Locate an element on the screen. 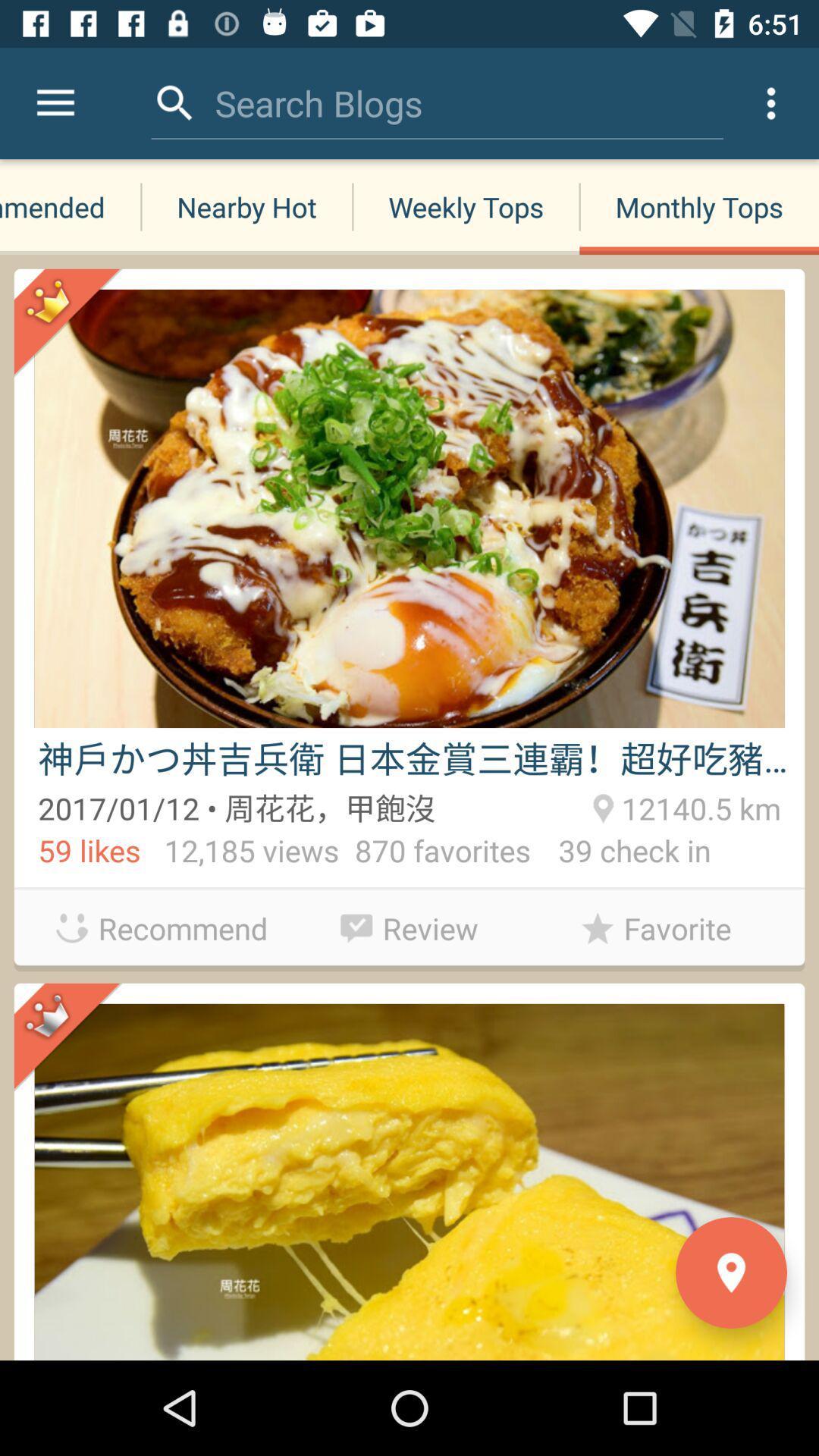  item to the right of the review item is located at coordinates (655, 927).